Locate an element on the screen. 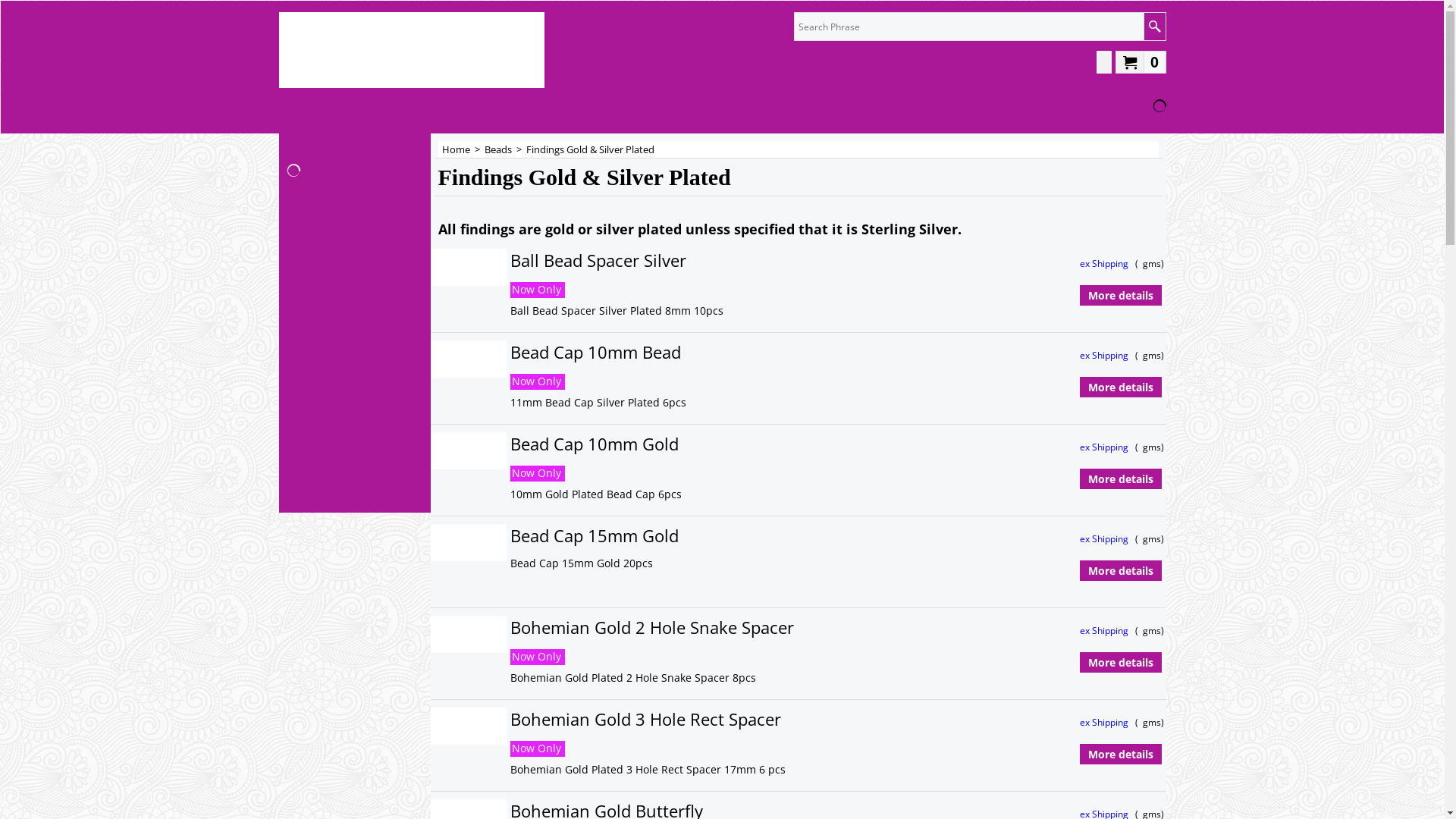 Image resolution: width=1456 pixels, height=819 pixels. 'Find' is located at coordinates (1153, 26).